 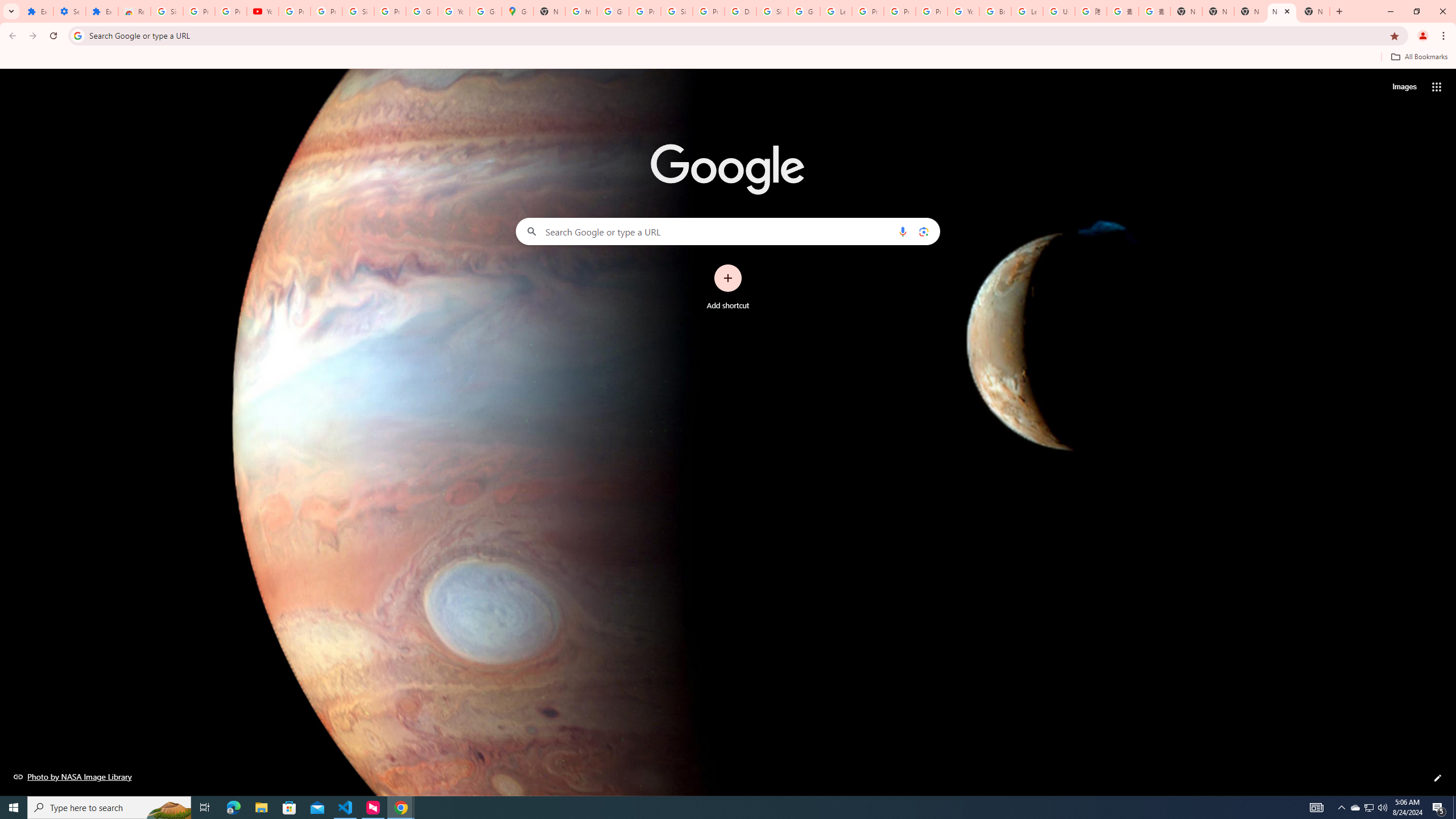 I want to click on 'Customize this page', so click(x=1437, y=777).